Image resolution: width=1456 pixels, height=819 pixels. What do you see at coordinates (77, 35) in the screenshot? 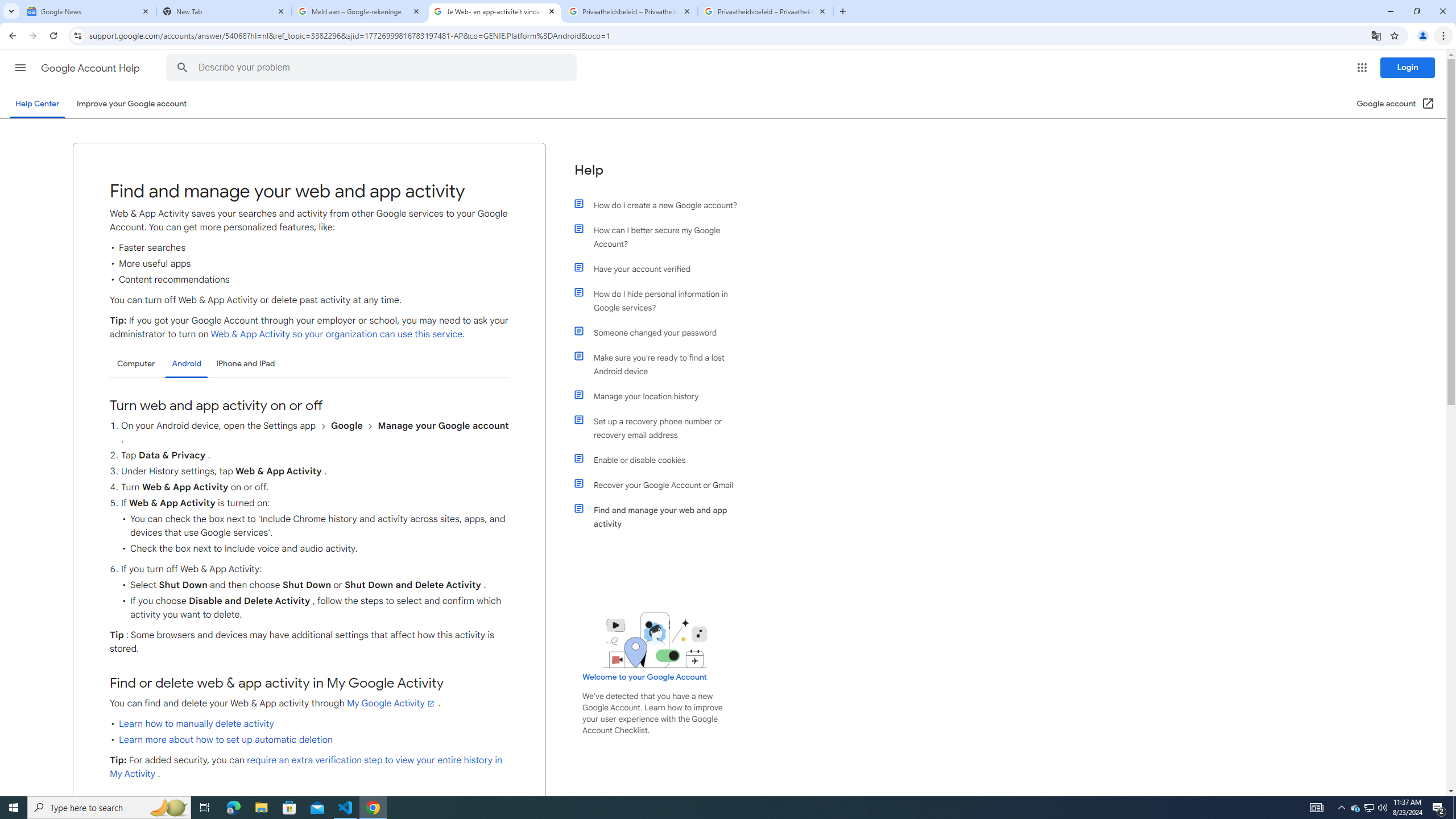
I see `'View site information'` at bounding box center [77, 35].